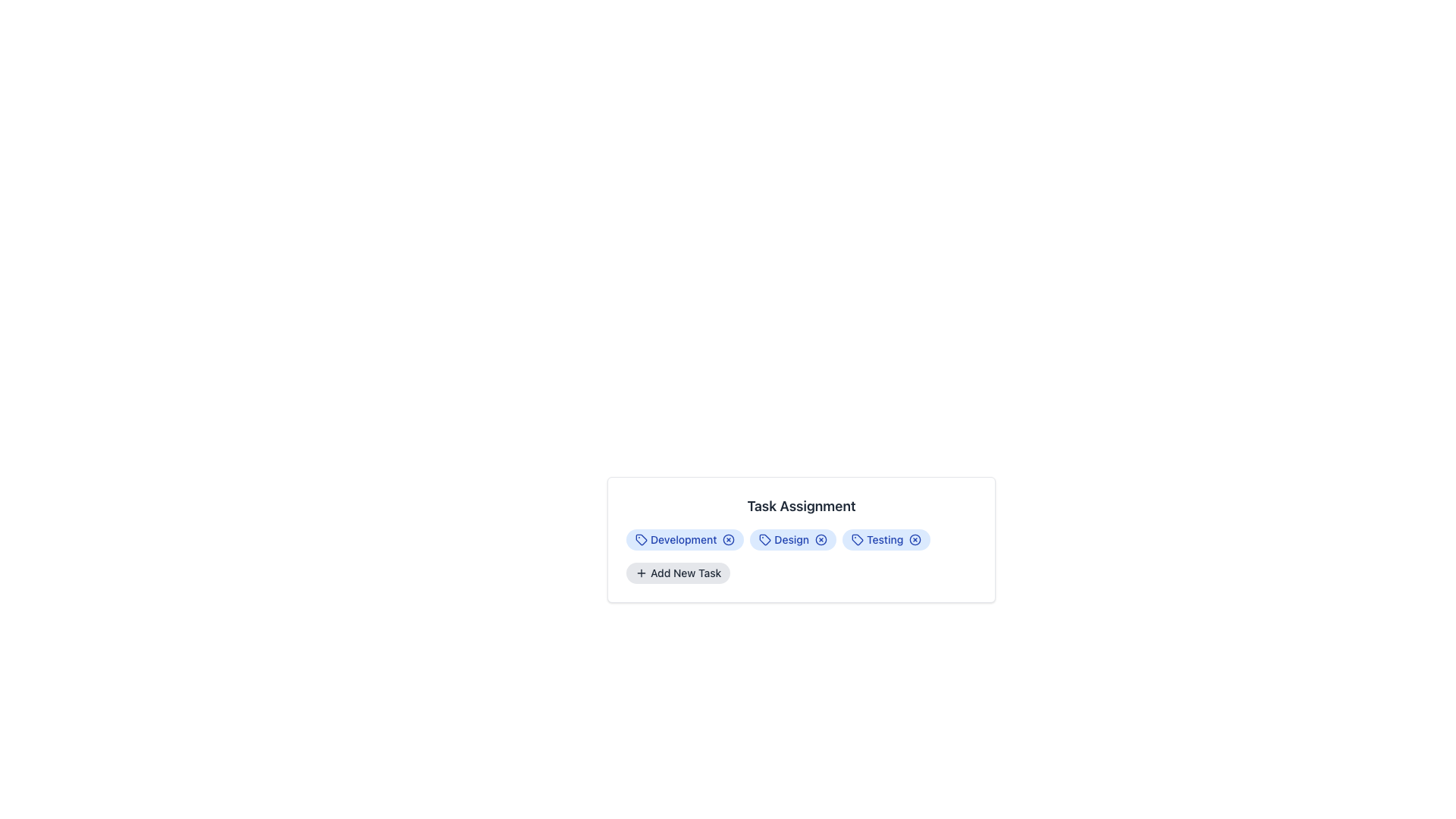 This screenshot has height=819, width=1456. I want to click on label of the task type element which is a composite component with a light blue background and the text 'Design' in blue, so click(792, 539).